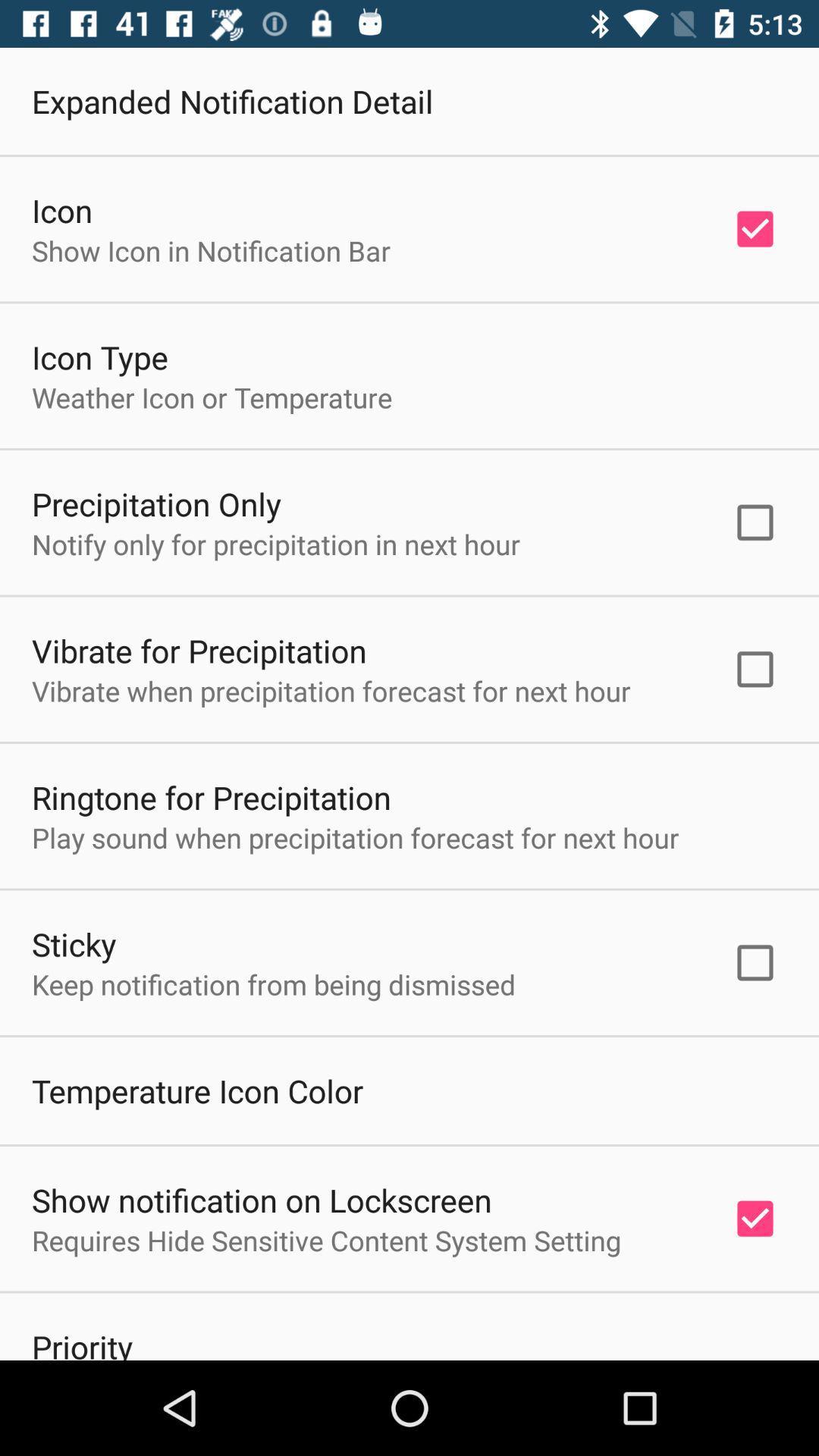 Image resolution: width=819 pixels, height=1456 pixels. I want to click on the item below precipitation only, so click(276, 544).